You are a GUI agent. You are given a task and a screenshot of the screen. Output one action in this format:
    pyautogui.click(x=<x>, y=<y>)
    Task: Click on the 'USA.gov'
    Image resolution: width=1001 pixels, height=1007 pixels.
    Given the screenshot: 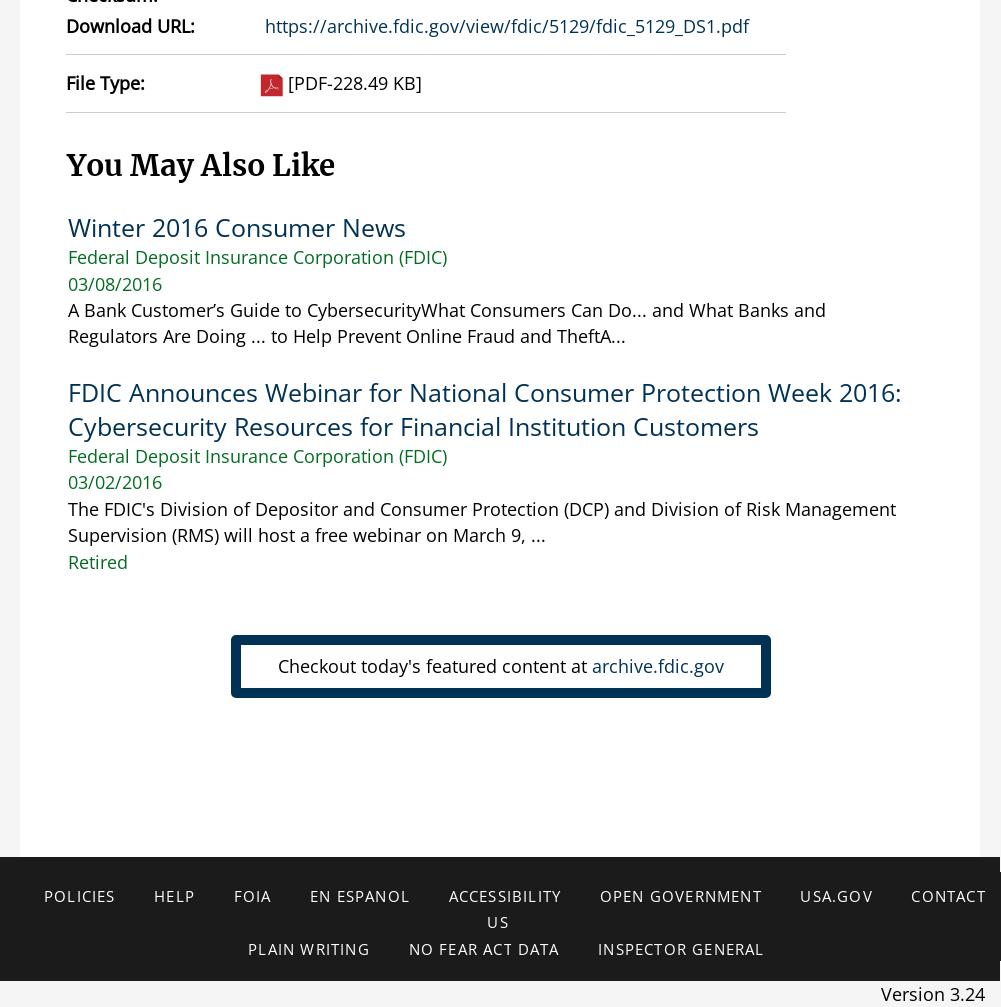 What is the action you would take?
    pyautogui.click(x=798, y=894)
    